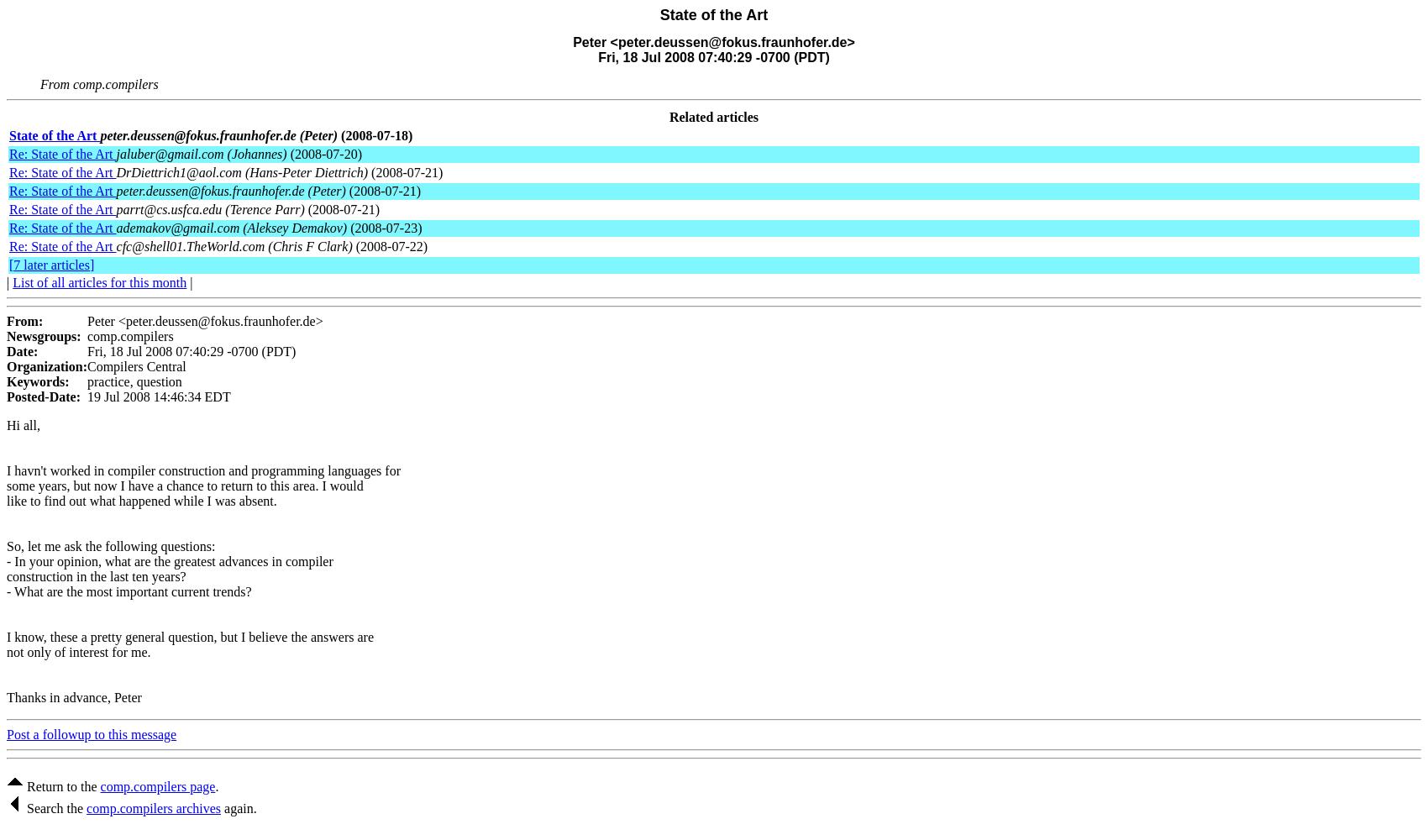  Describe the element at coordinates (109, 545) in the screenshot. I see `'So, let me ask the following questions:'` at that location.